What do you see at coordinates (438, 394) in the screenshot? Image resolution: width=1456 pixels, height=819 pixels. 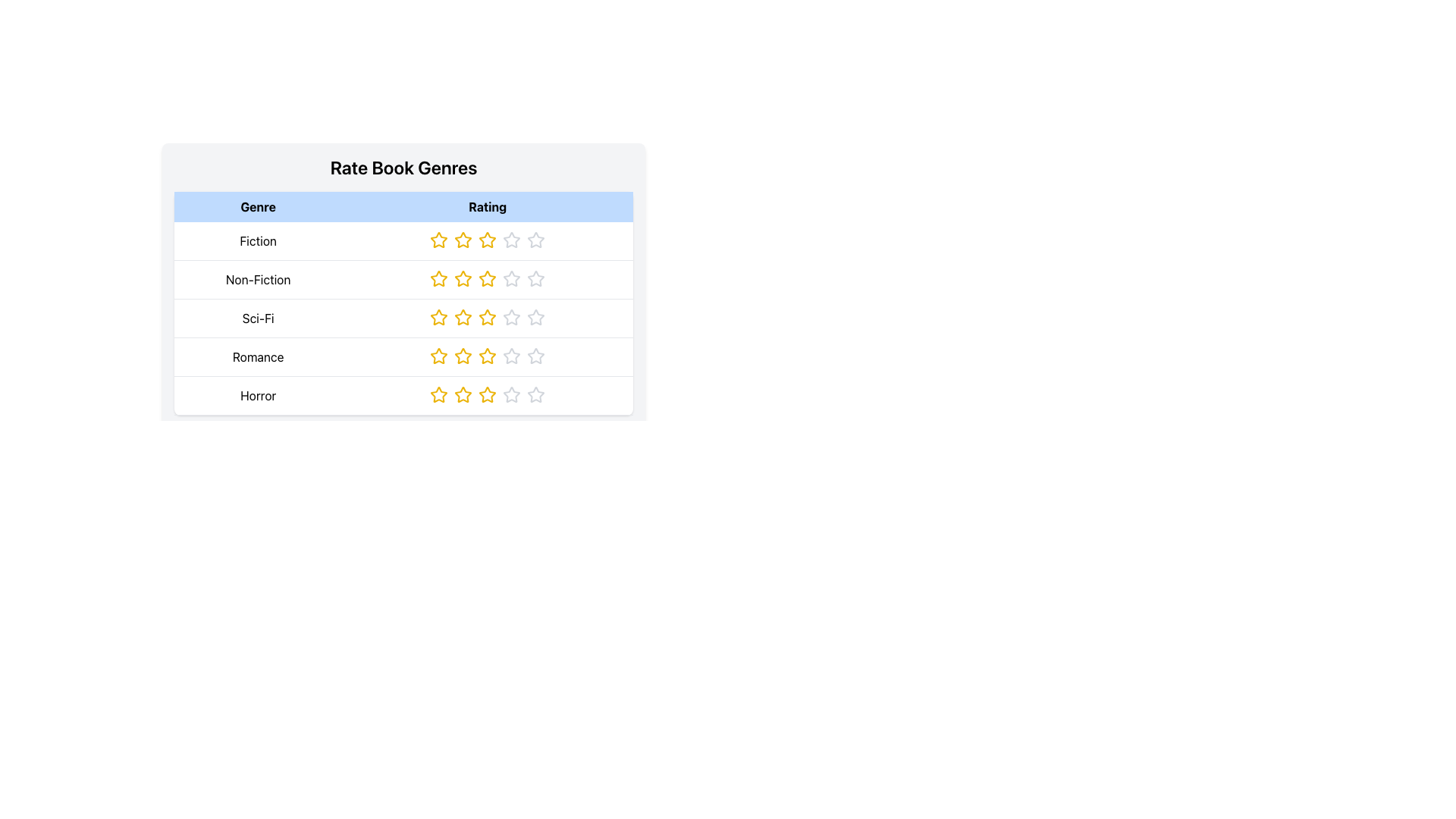 I see `the first yellow star icon used for rating in the Horror genre row under the Rating column in the Rate Book Genres table` at bounding box center [438, 394].